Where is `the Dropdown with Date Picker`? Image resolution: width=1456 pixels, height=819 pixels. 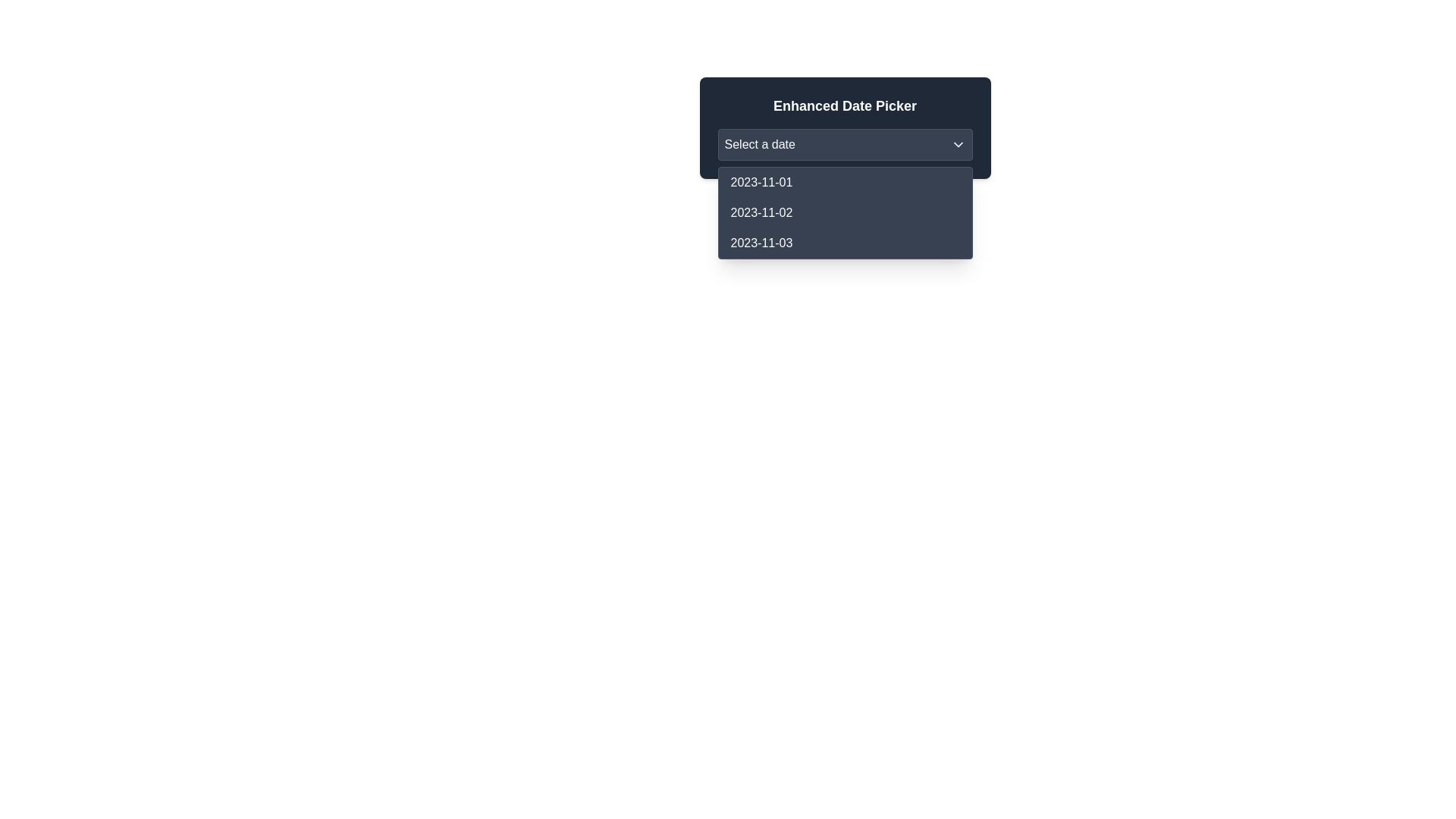
the Dropdown with Date Picker is located at coordinates (844, 127).